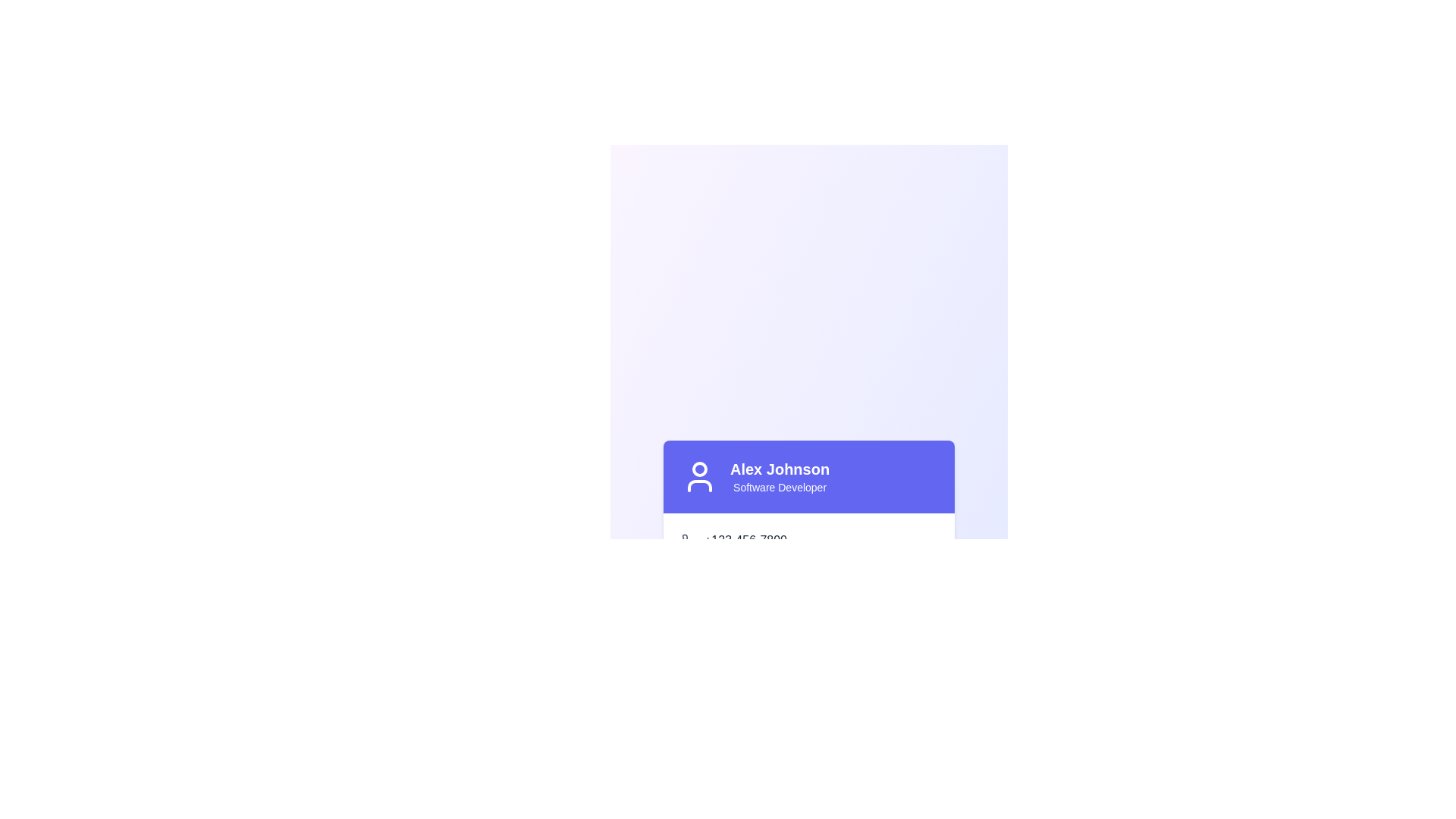 Image resolution: width=1456 pixels, height=819 pixels. What do you see at coordinates (698, 468) in the screenshot?
I see `the small circular decorative graphic element that represents the head in the user avatar icon, located at the upper center part of the avatar` at bounding box center [698, 468].